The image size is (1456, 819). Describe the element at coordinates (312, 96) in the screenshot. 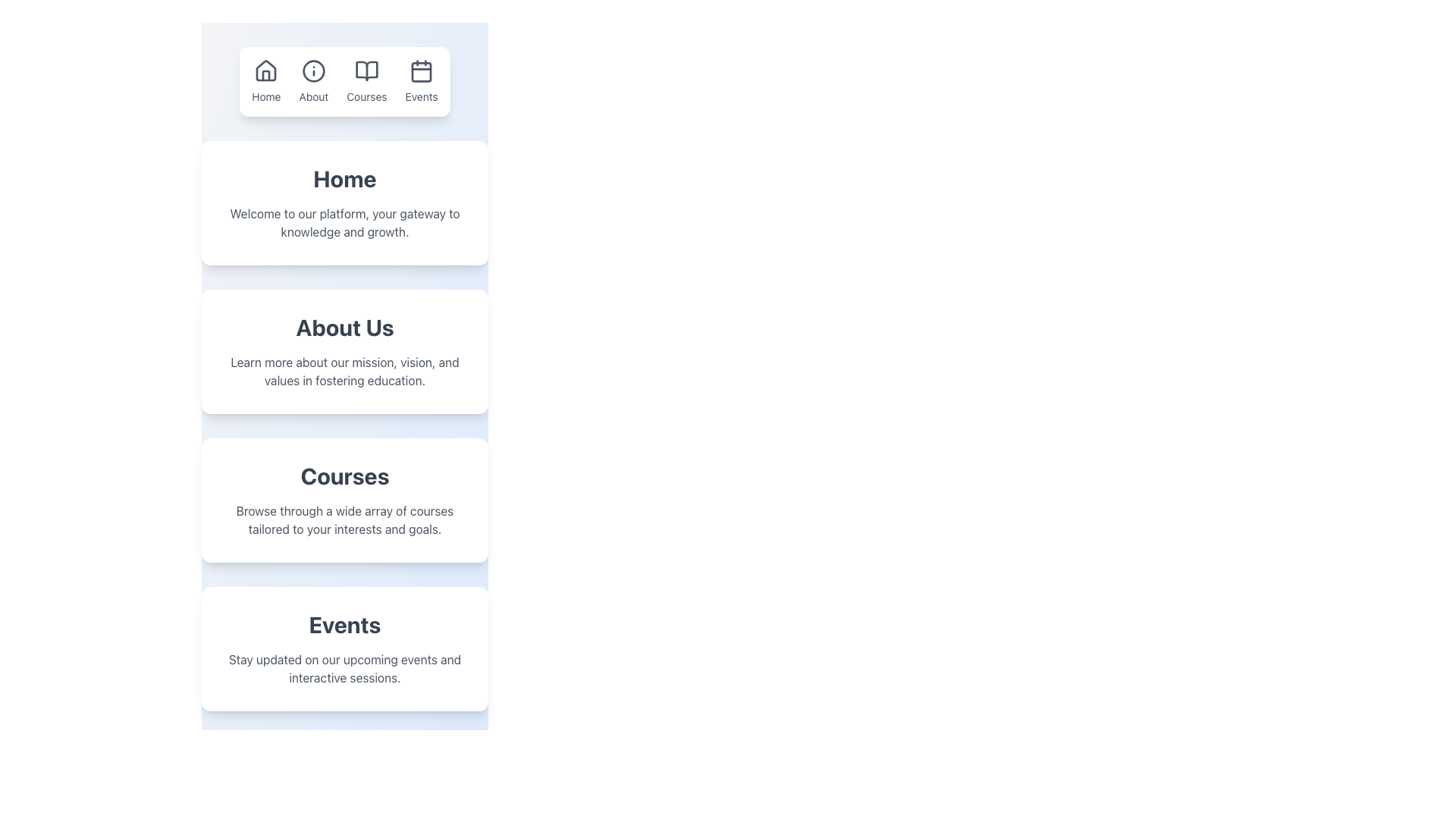

I see `the 'About' label element in the navigation menu, which is styled in a smaller sans-serif font and positioned between 'Home' and 'Courses'` at that location.